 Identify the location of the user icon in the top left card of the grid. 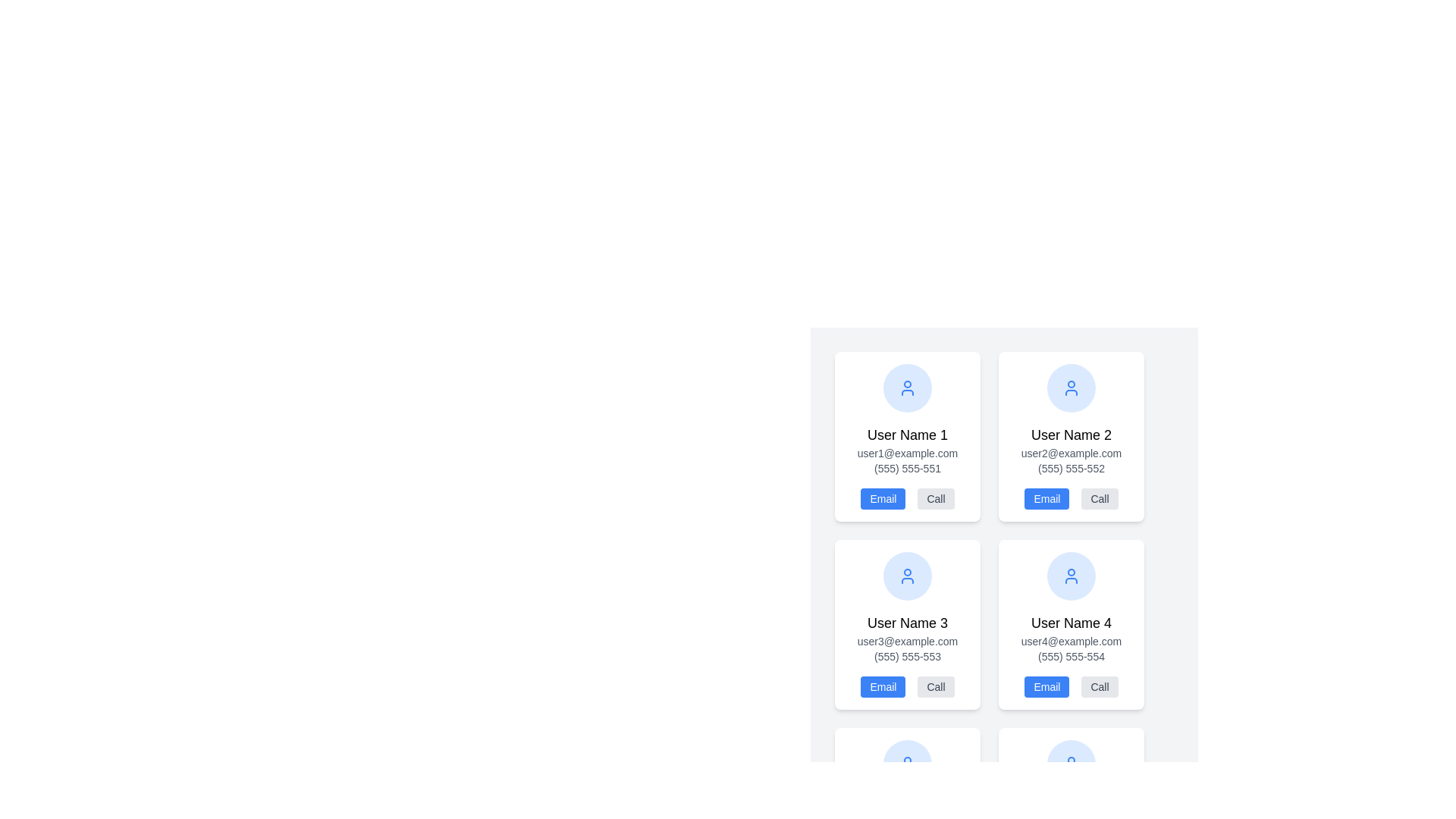
(907, 388).